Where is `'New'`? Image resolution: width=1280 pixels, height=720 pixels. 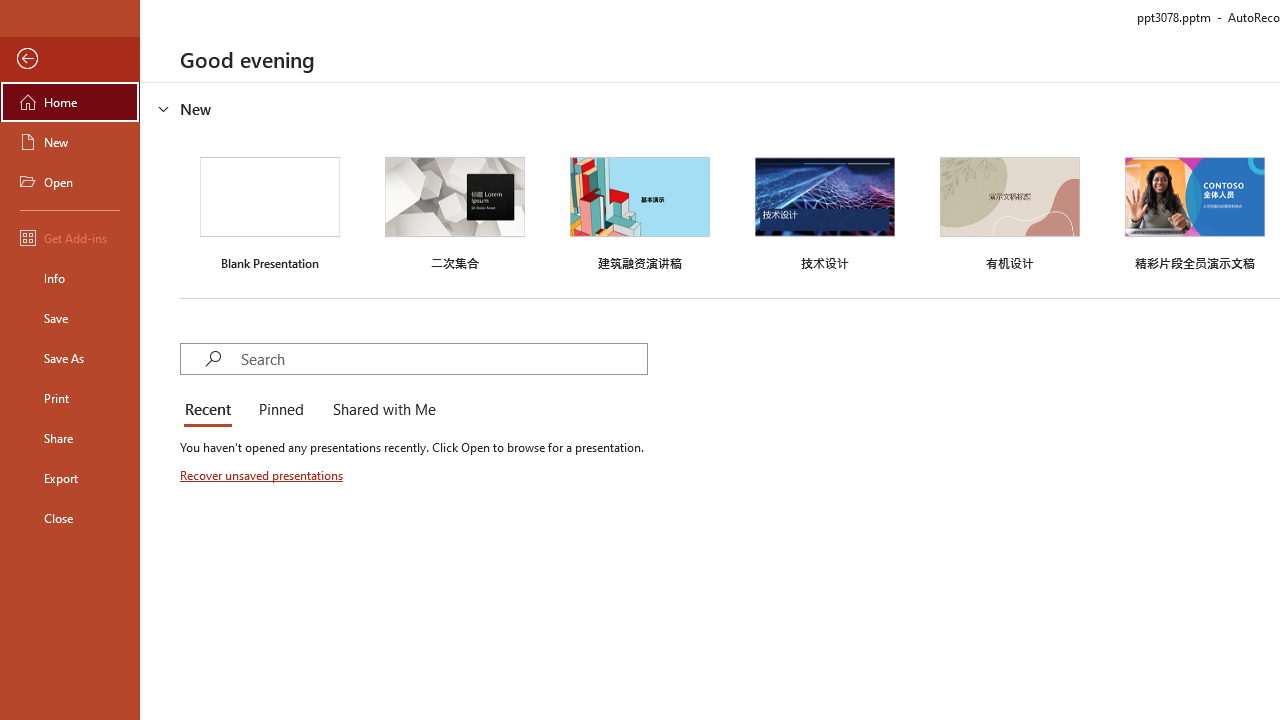
'New' is located at coordinates (69, 140).